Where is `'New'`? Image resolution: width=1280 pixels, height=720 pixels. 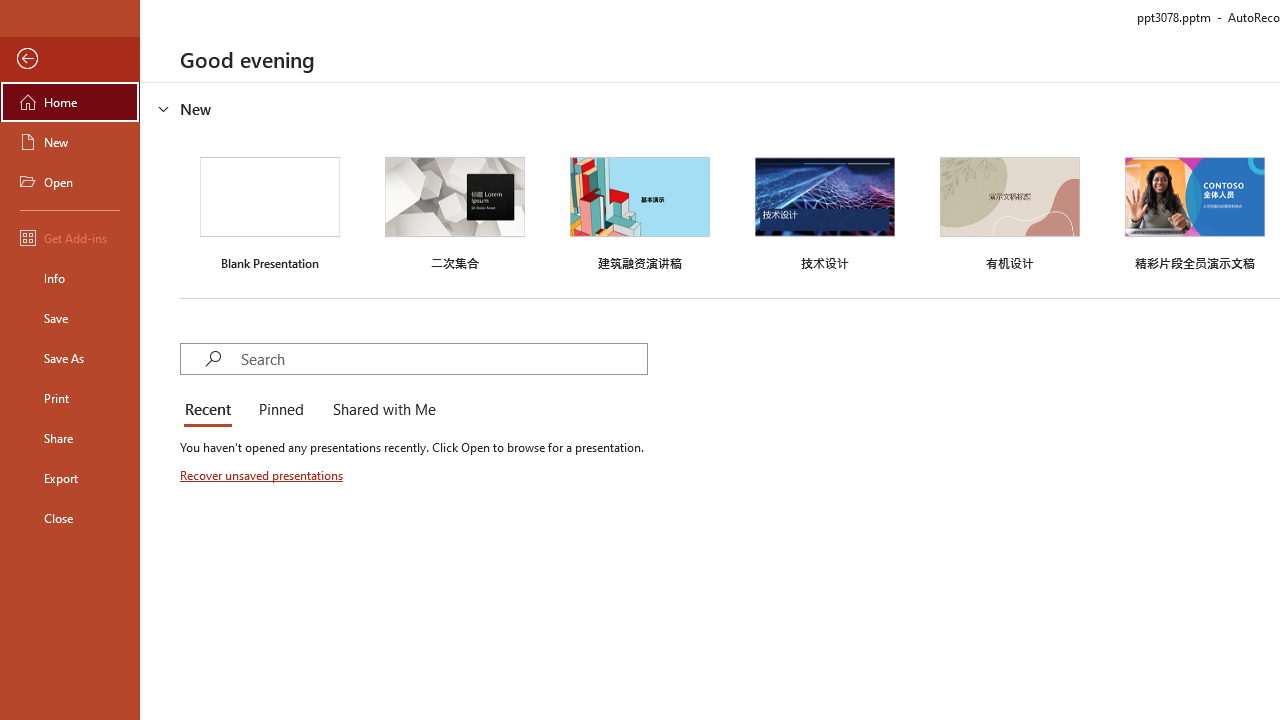
'New' is located at coordinates (69, 140).